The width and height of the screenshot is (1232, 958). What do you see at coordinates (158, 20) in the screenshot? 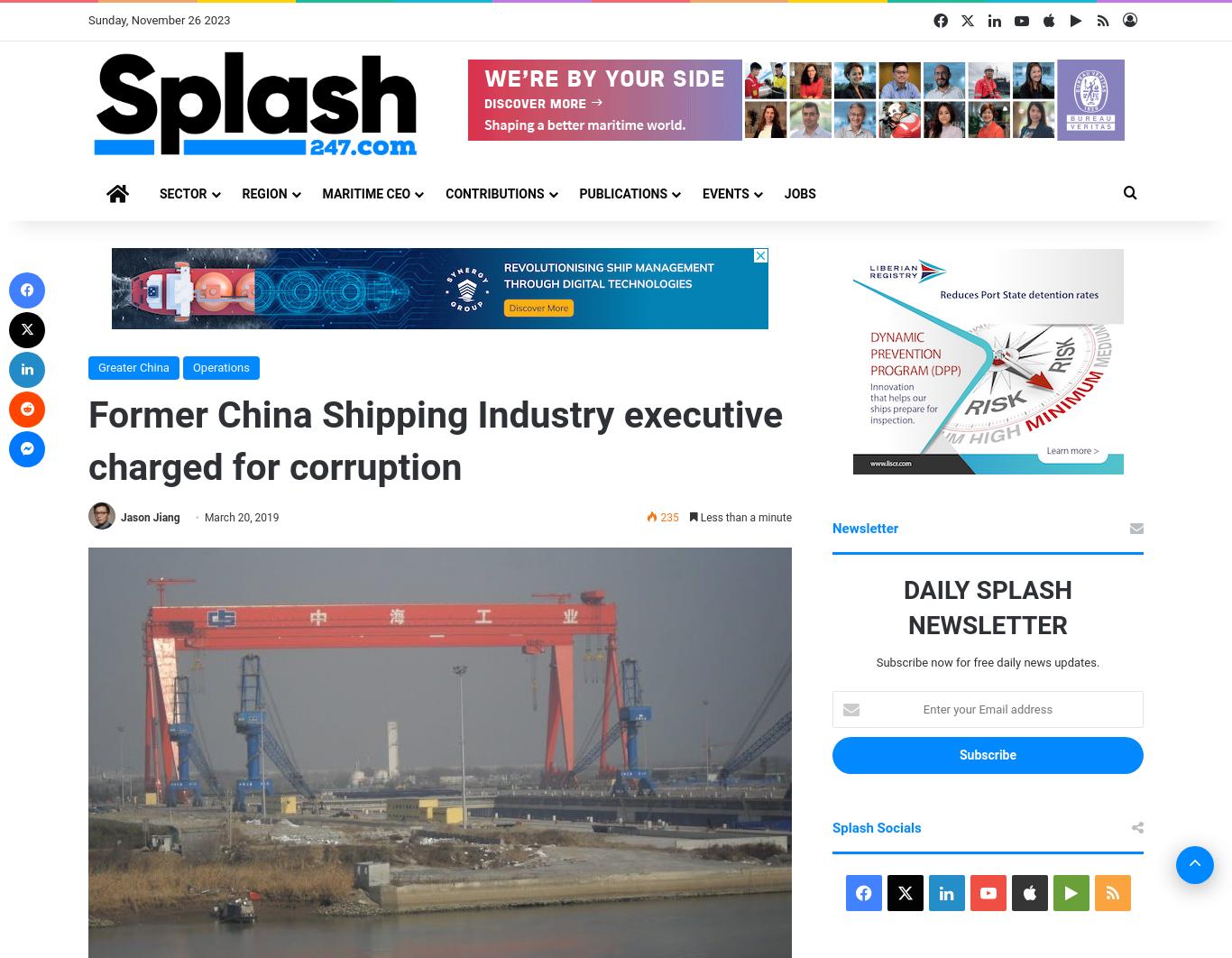
I see `'Sunday, November 26 2023'` at bounding box center [158, 20].